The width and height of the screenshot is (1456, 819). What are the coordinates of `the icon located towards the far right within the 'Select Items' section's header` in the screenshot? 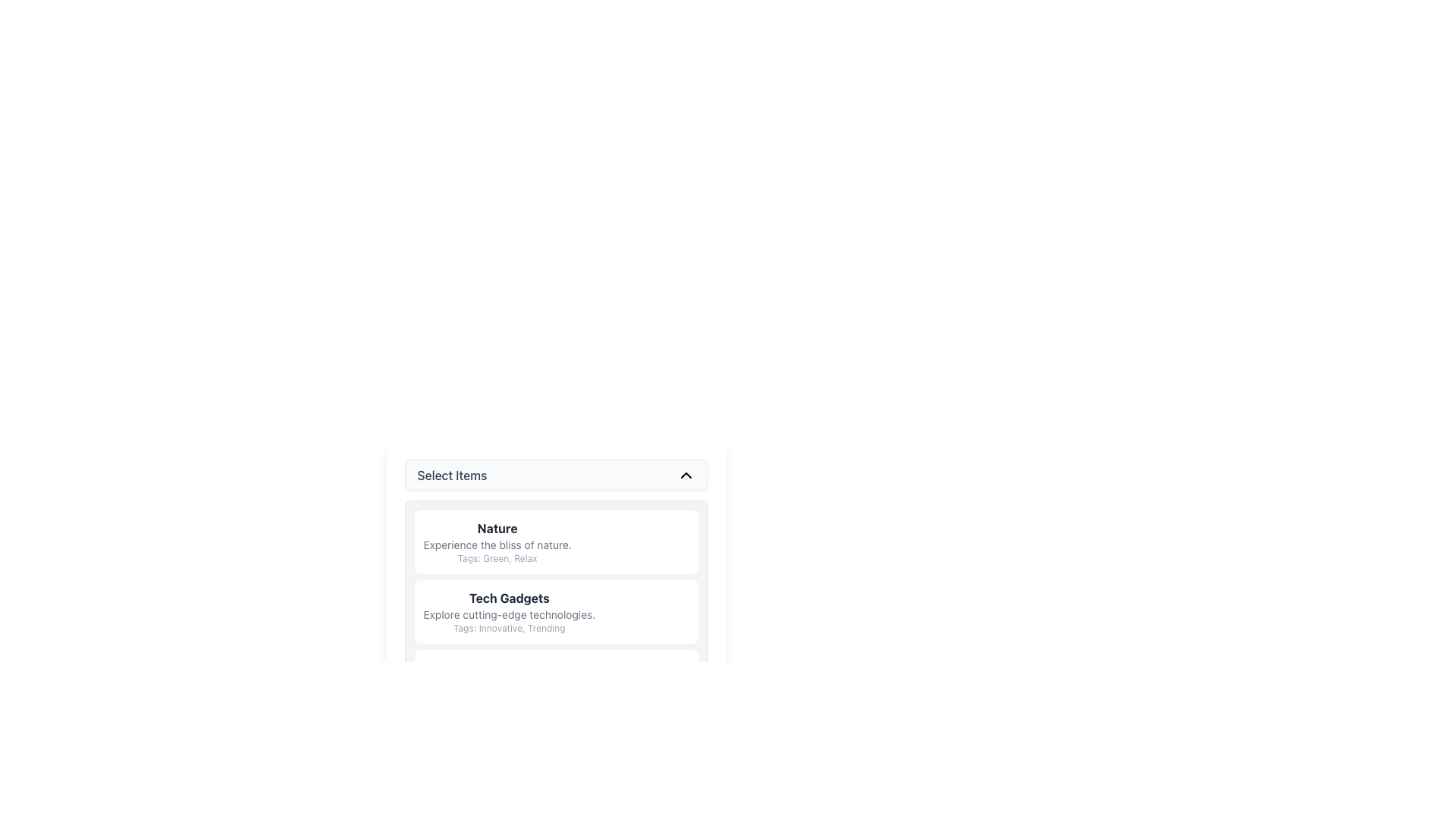 It's located at (685, 475).